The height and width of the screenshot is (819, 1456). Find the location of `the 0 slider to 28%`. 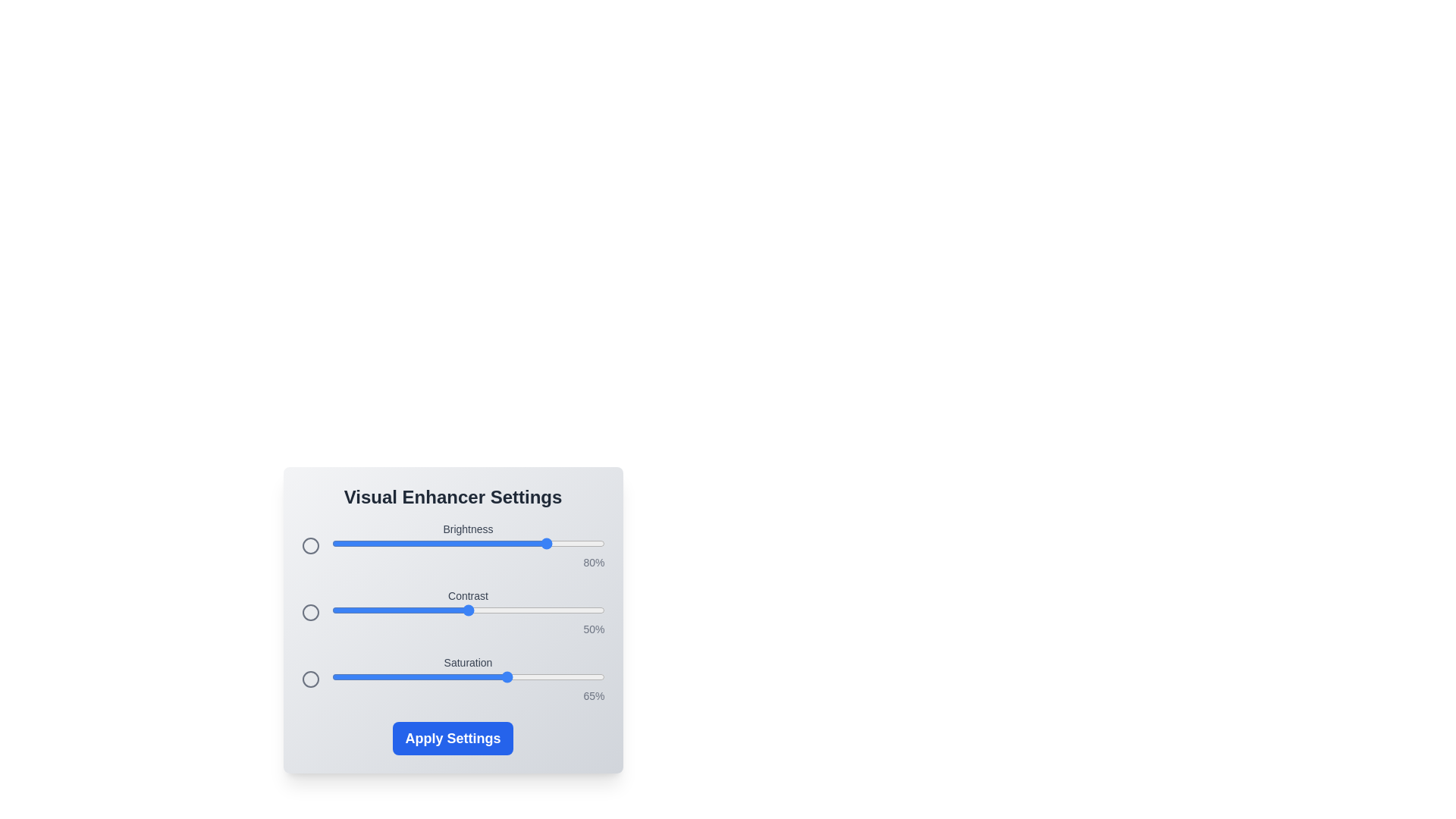

the 0 slider to 28% is located at coordinates (408, 543).